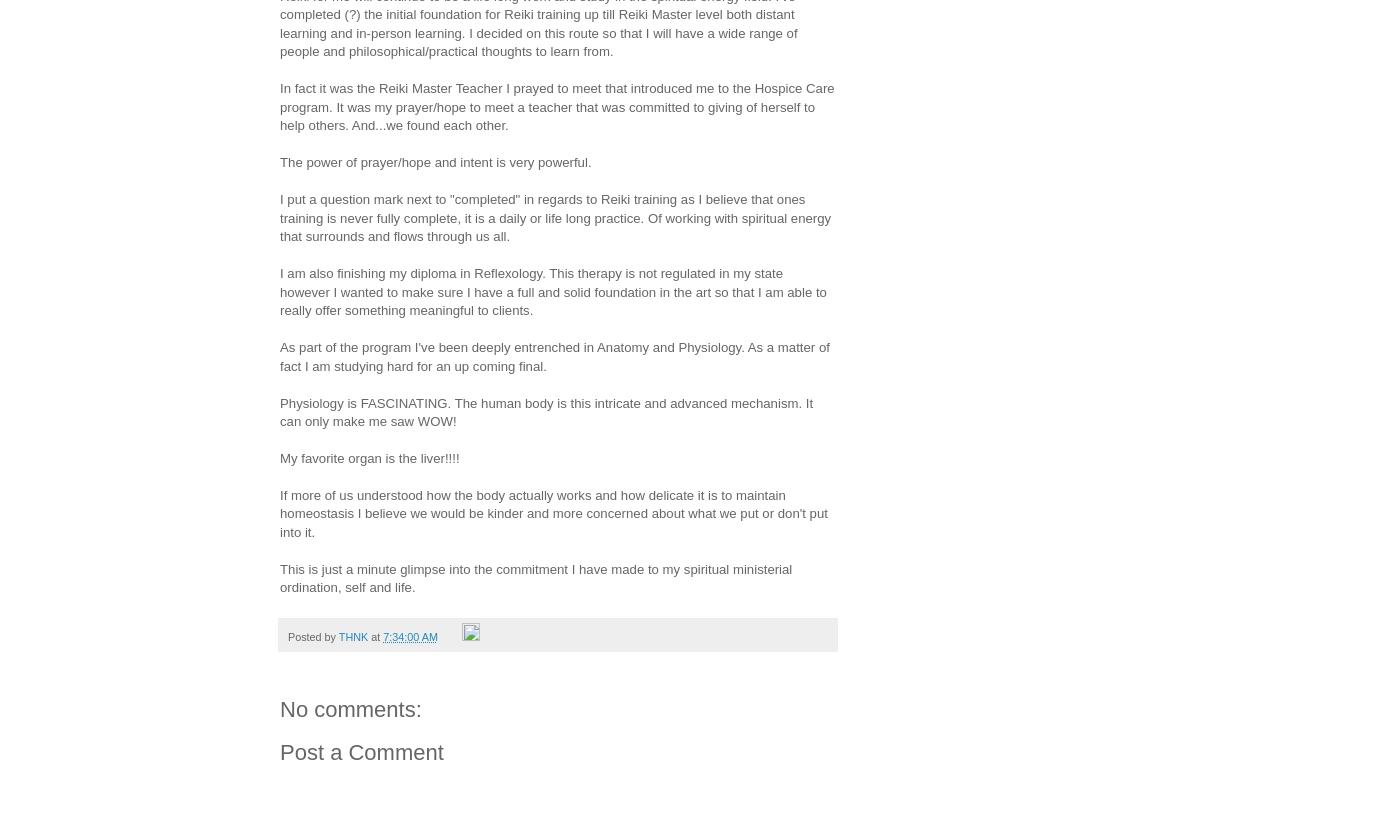 This screenshot has width=1374, height=834. I want to click on 'Physiology is FASCINATING. The human body is this intricate and advanced mechanism. It can only make me saw WOW!', so click(546, 410).